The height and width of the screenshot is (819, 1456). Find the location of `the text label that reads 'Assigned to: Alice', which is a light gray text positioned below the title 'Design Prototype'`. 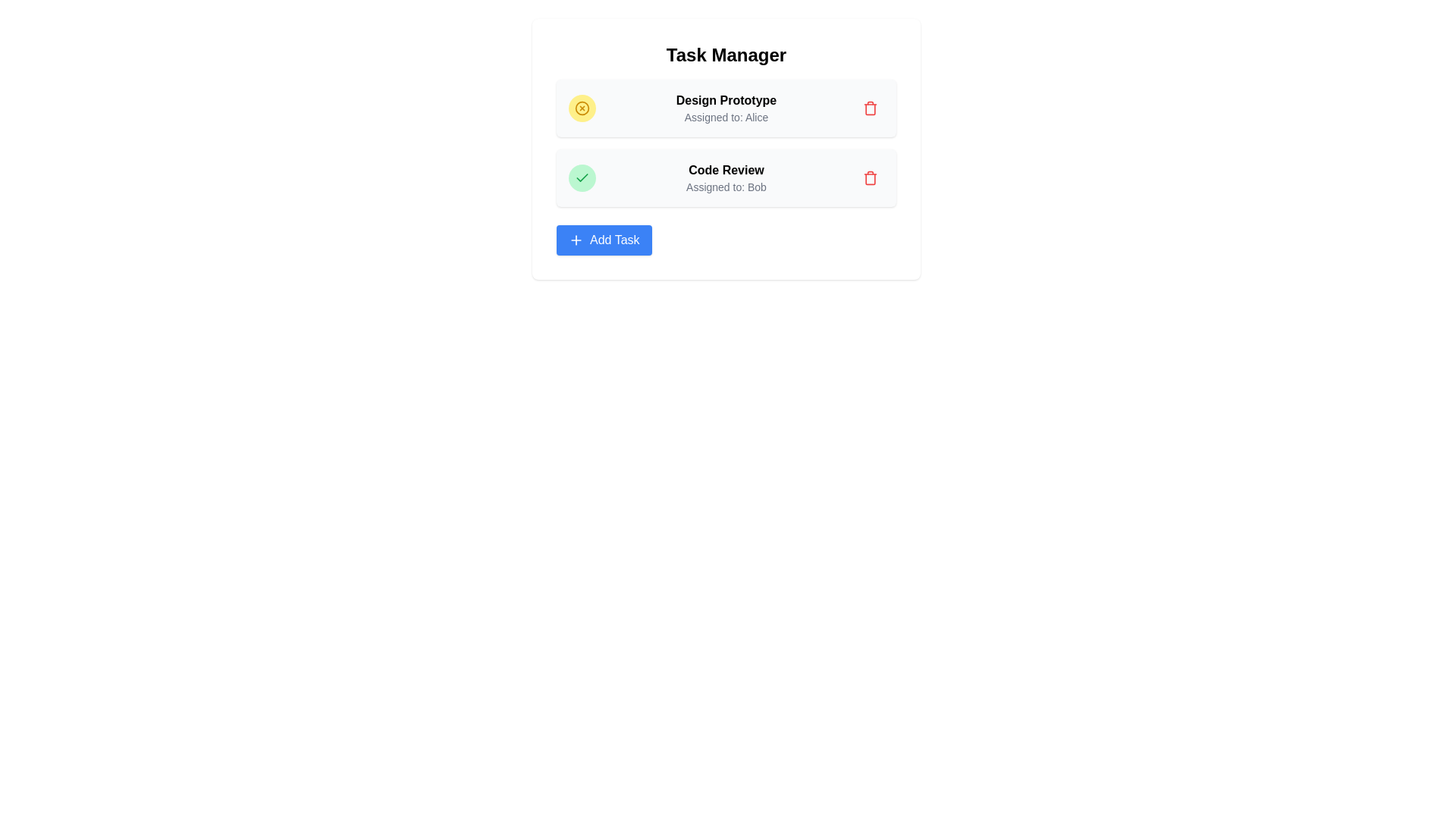

the text label that reads 'Assigned to: Alice', which is a light gray text positioned below the title 'Design Prototype' is located at coordinates (726, 116).